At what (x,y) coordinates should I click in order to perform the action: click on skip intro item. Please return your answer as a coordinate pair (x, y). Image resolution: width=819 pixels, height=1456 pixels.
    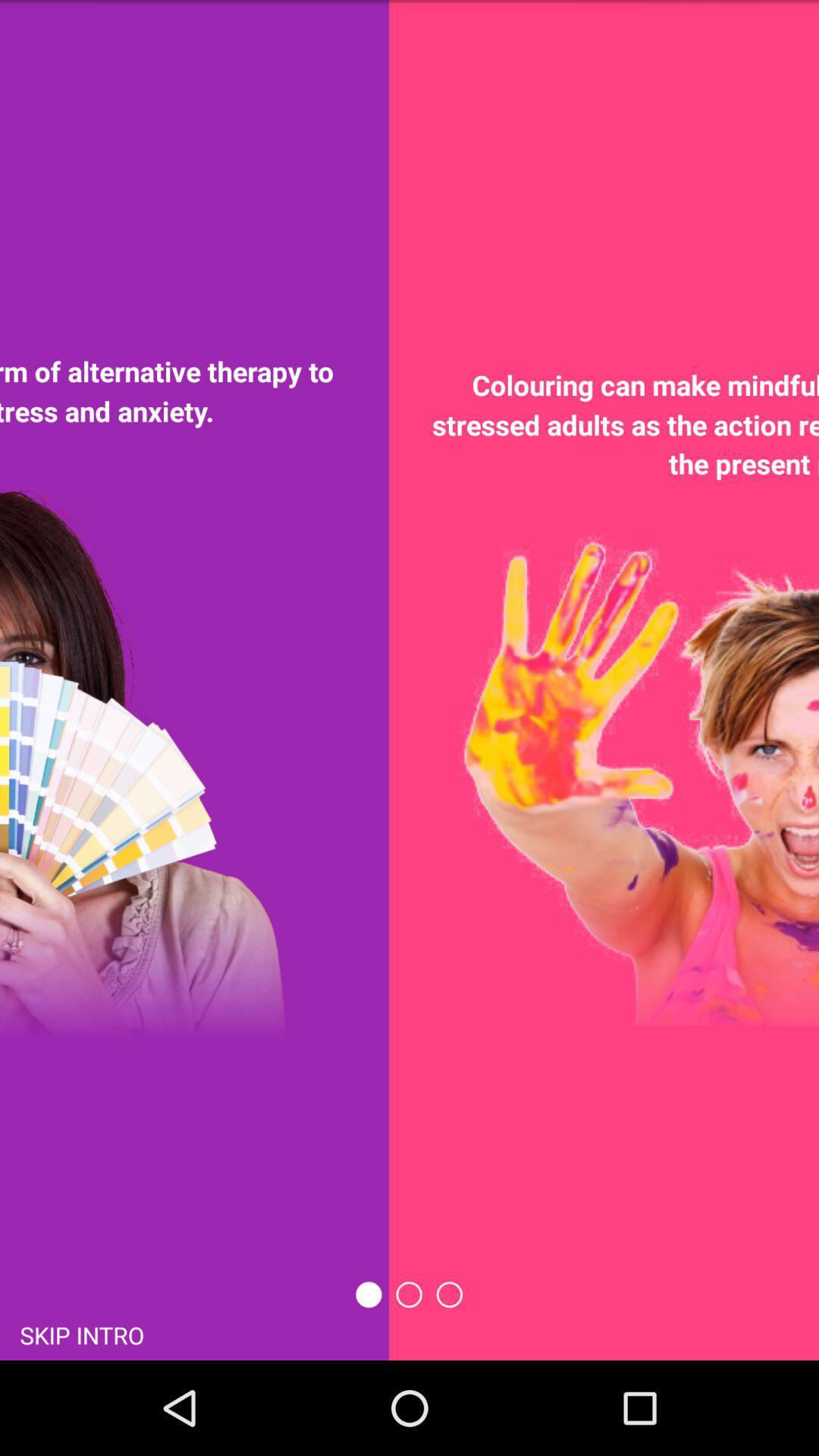
    Looking at the image, I should click on (82, 1333).